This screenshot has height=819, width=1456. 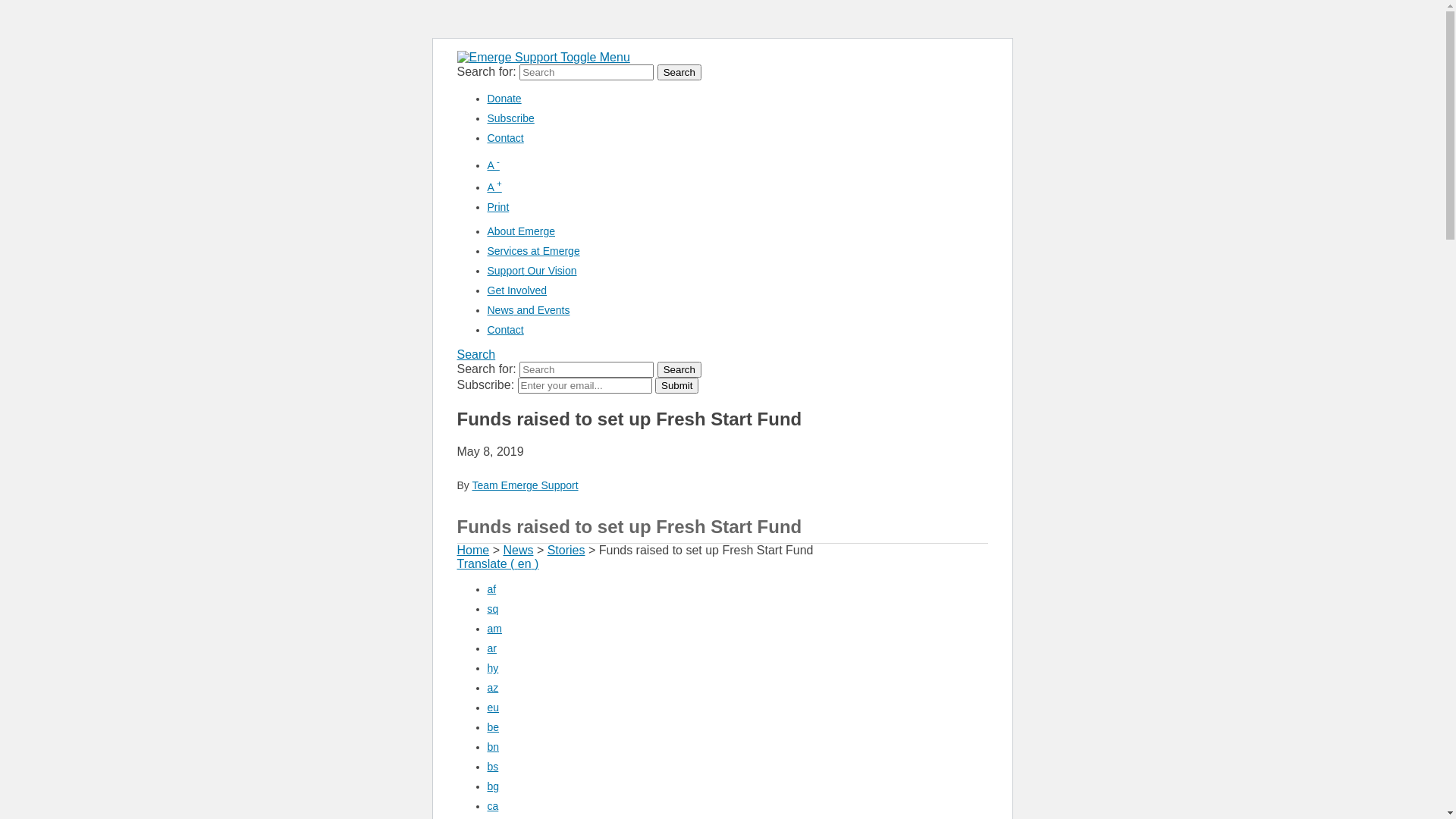 What do you see at coordinates (595, 56) in the screenshot?
I see `'Toggle Menu'` at bounding box center [595, 56].